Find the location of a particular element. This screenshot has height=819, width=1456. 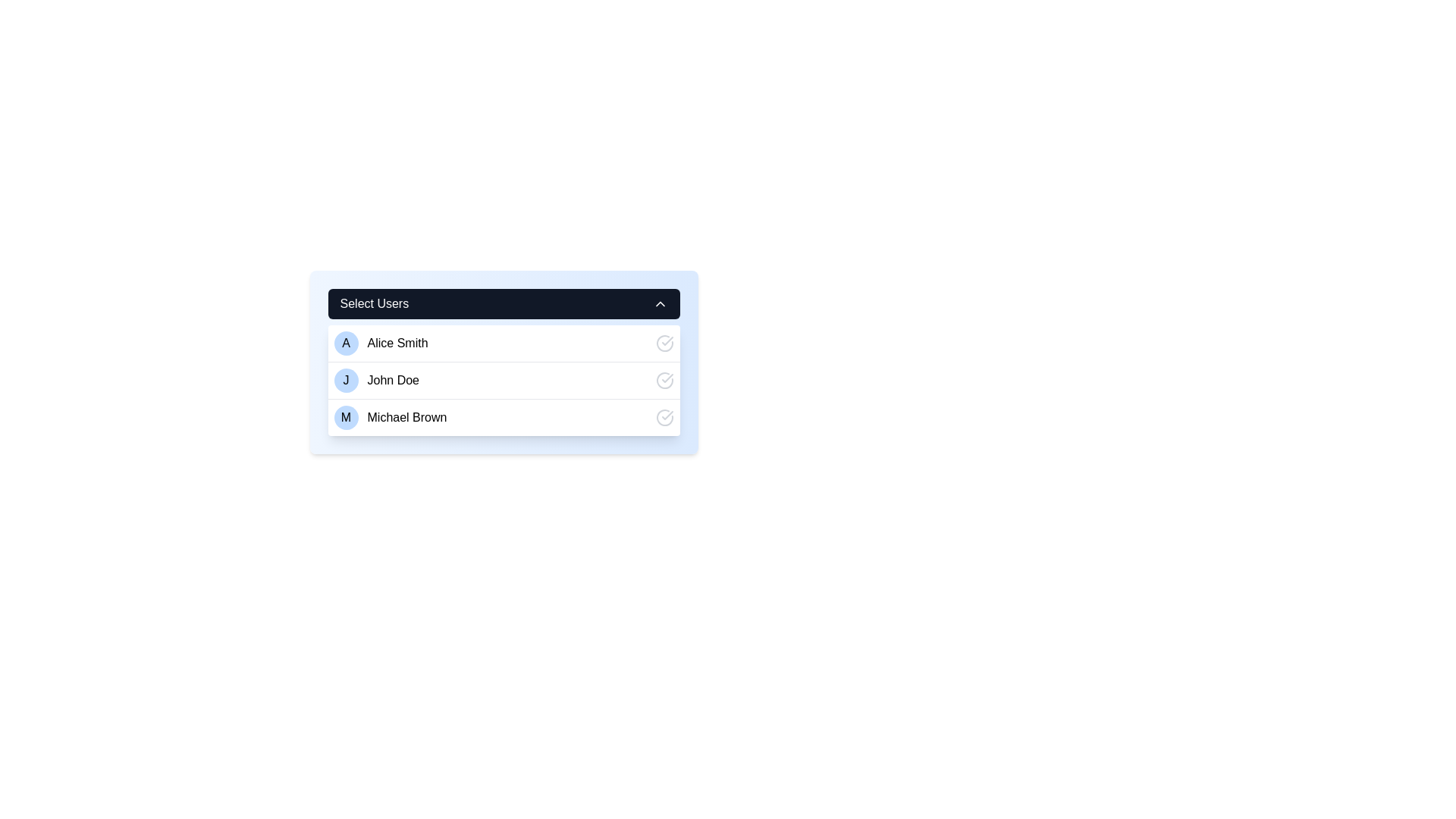

the second entry in the selection list, which is located between 'Alice Smith' and 'Michael Brown' is located at coordinates (504, 379).